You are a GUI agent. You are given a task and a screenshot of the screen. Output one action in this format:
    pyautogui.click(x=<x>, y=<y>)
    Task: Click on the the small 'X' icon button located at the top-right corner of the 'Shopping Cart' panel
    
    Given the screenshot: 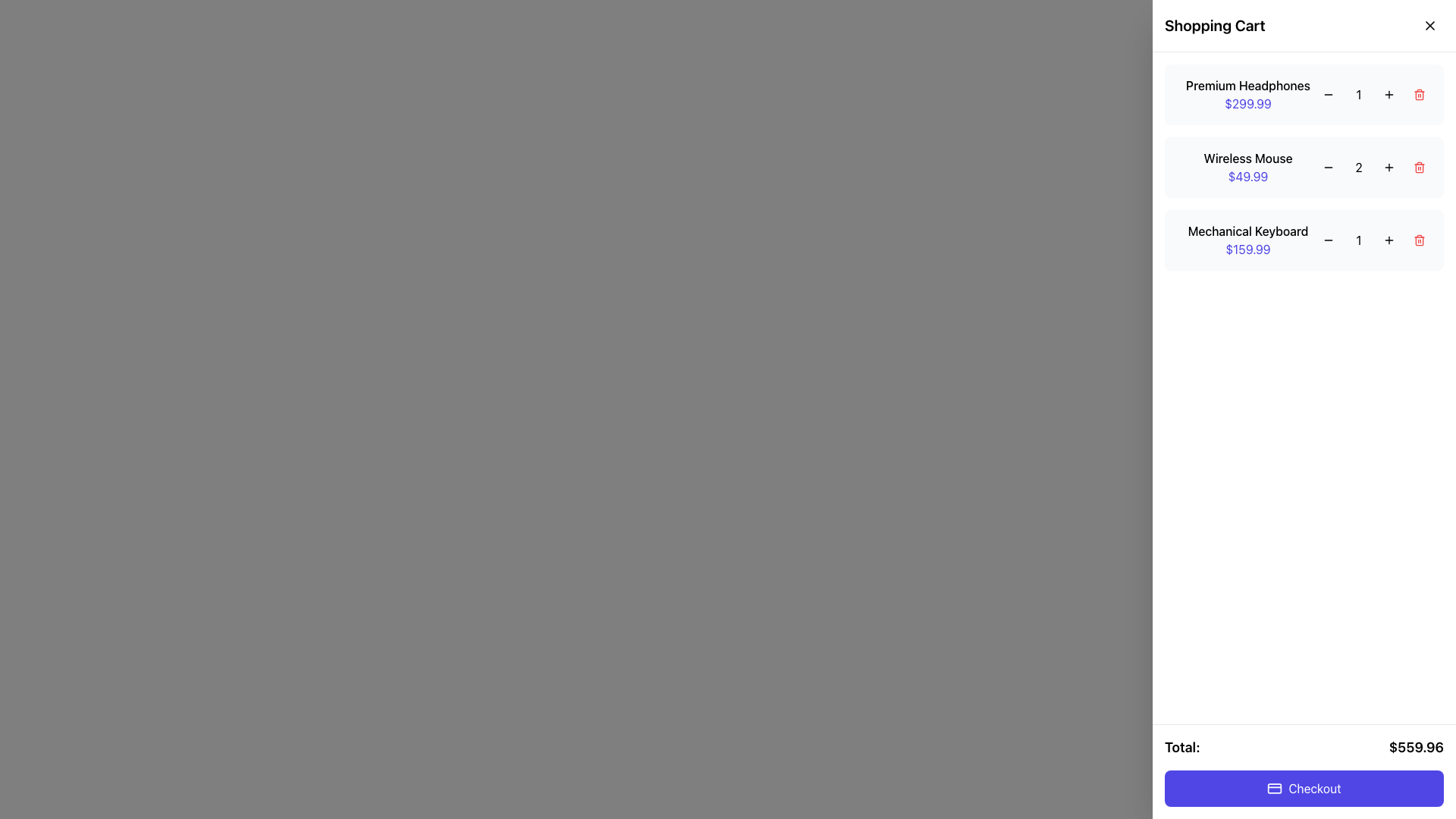 What is the action you would take?
    pyautogui.click(x=1429, y=26)
    